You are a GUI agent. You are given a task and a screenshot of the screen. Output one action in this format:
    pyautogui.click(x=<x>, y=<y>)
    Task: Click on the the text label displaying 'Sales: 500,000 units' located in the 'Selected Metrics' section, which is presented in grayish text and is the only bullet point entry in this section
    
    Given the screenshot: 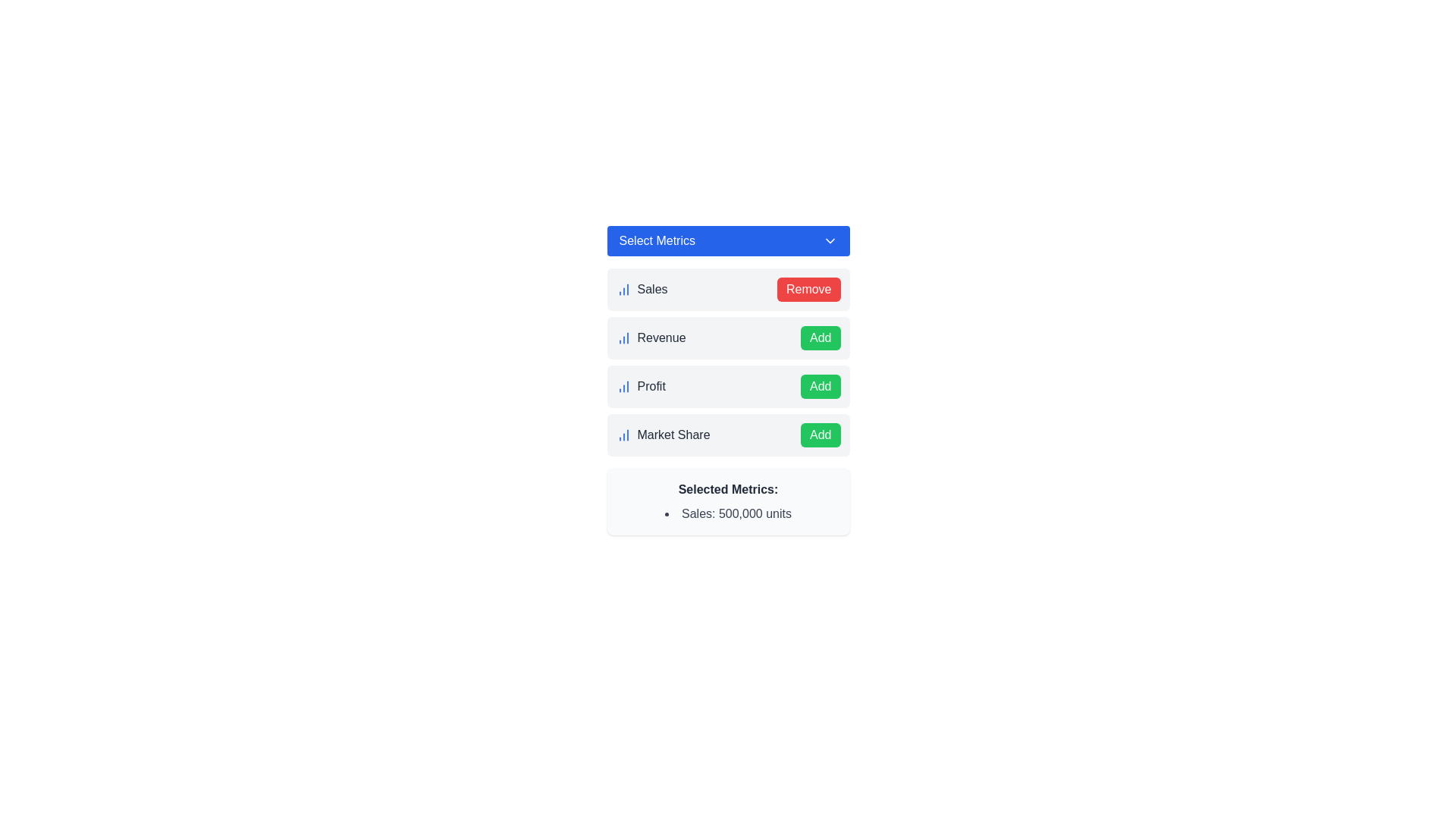 What is the action you would take?
    pyautogui.click(x=728, y=513)
    